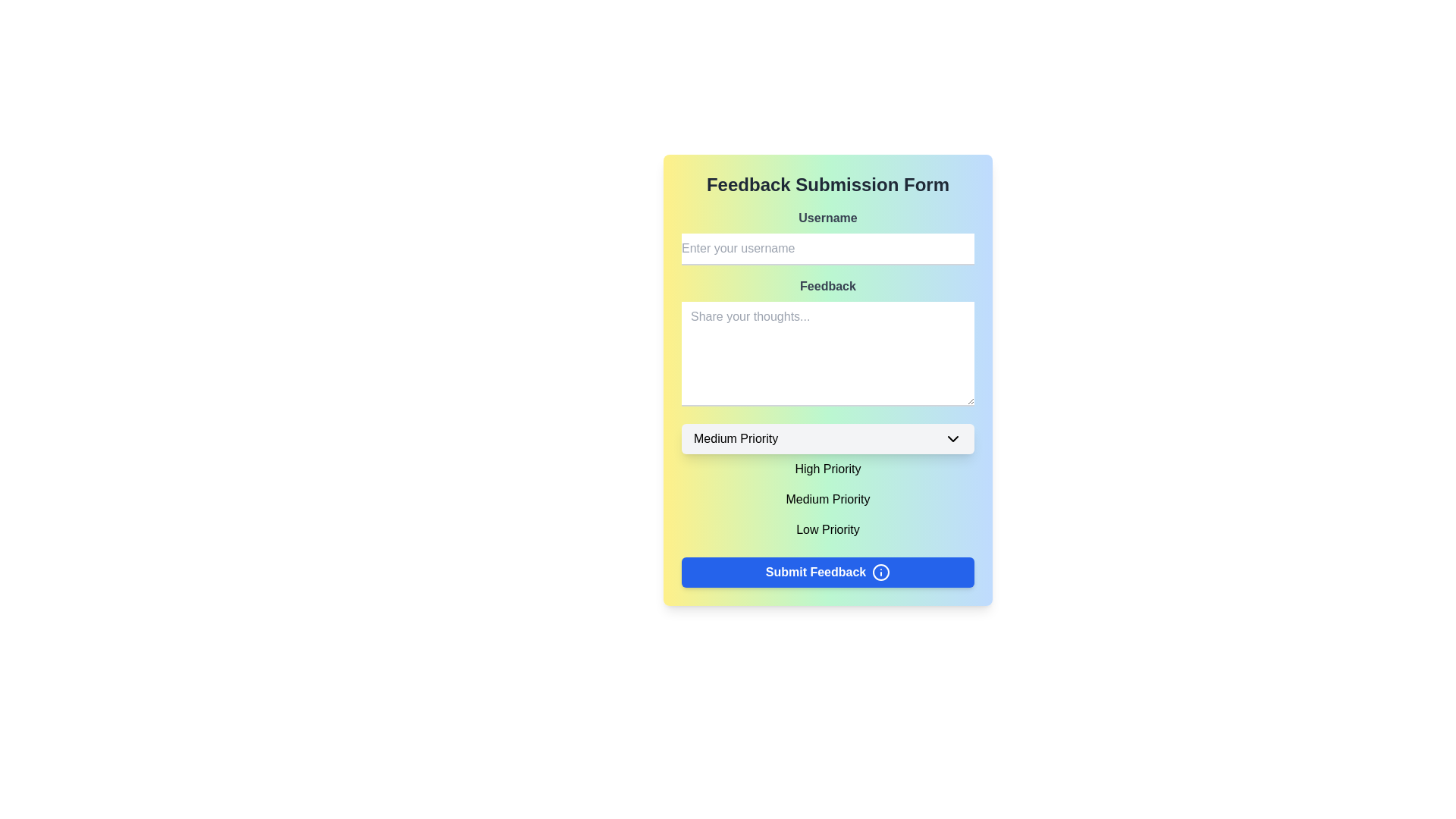 This screenshot has height=819, width=1456. Describe the element at coordinates (827, 500) in the screenshot. I see `the 'Medium Priority' dropdown option` at that location.